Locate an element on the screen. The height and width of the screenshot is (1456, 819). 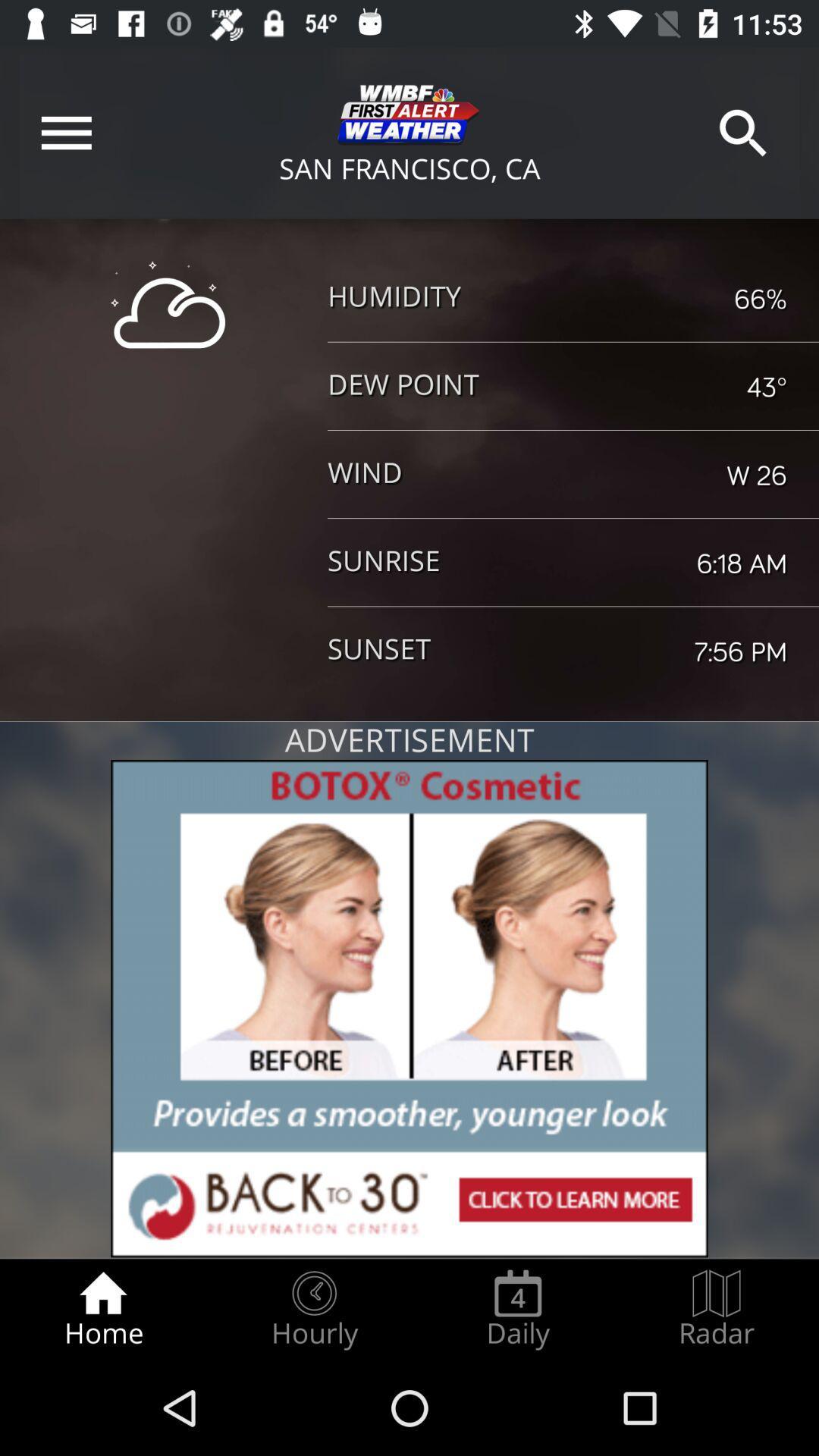
icon to the left of radar icon is located at coordinates (517, 1309).